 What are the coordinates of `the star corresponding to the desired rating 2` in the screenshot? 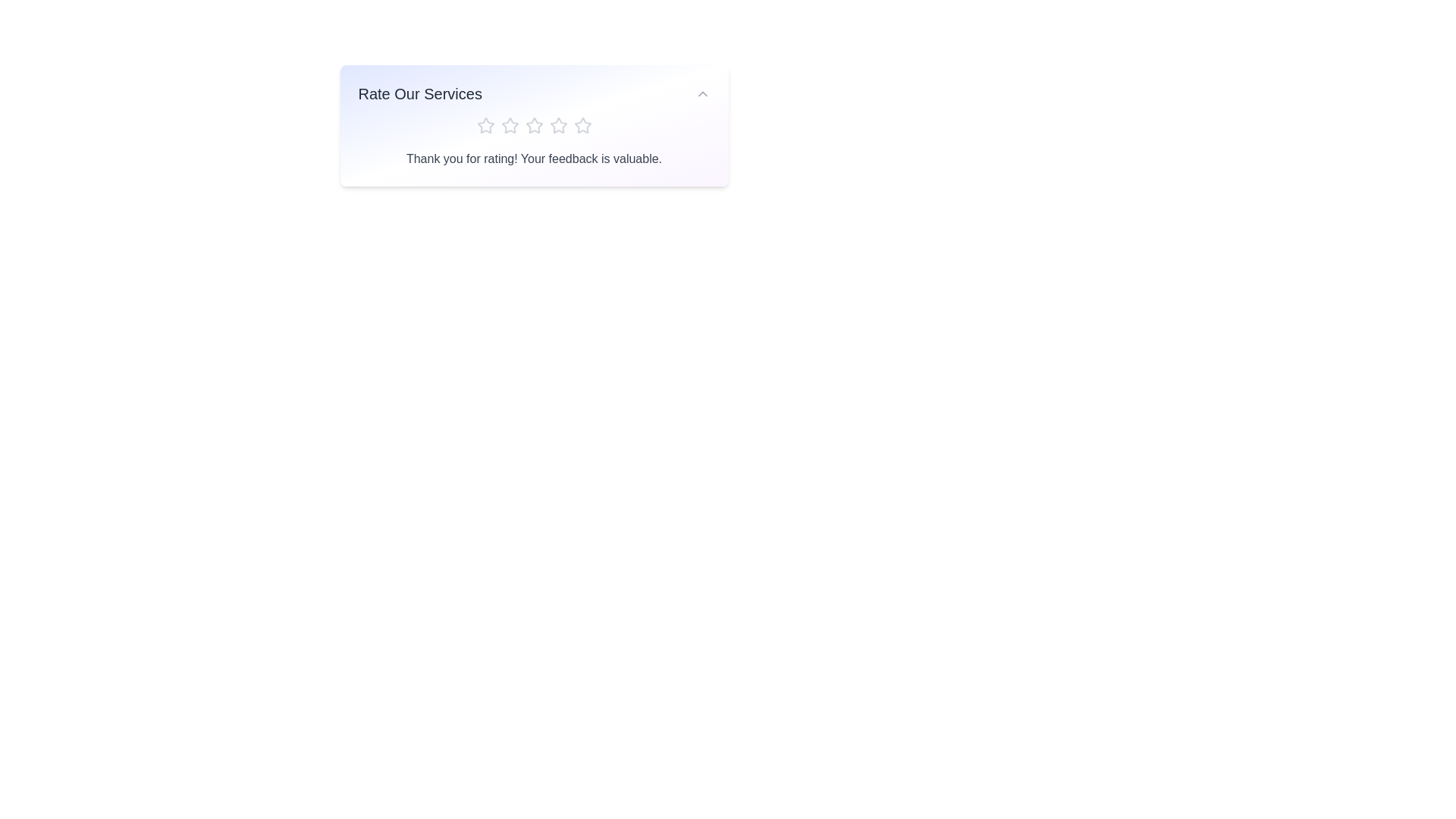 It's located at (510, 124).